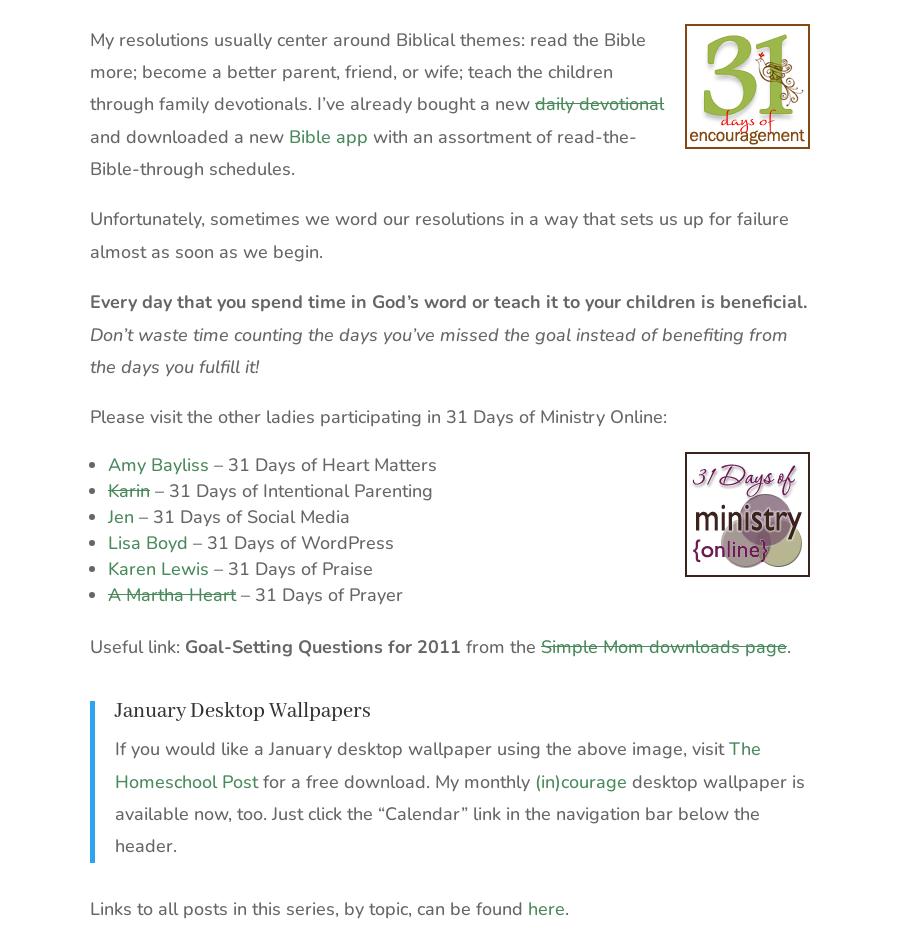  I want to click on 'Please visit the other ladies participating in 31 Days of Ministry Online:', so click(378, 415).